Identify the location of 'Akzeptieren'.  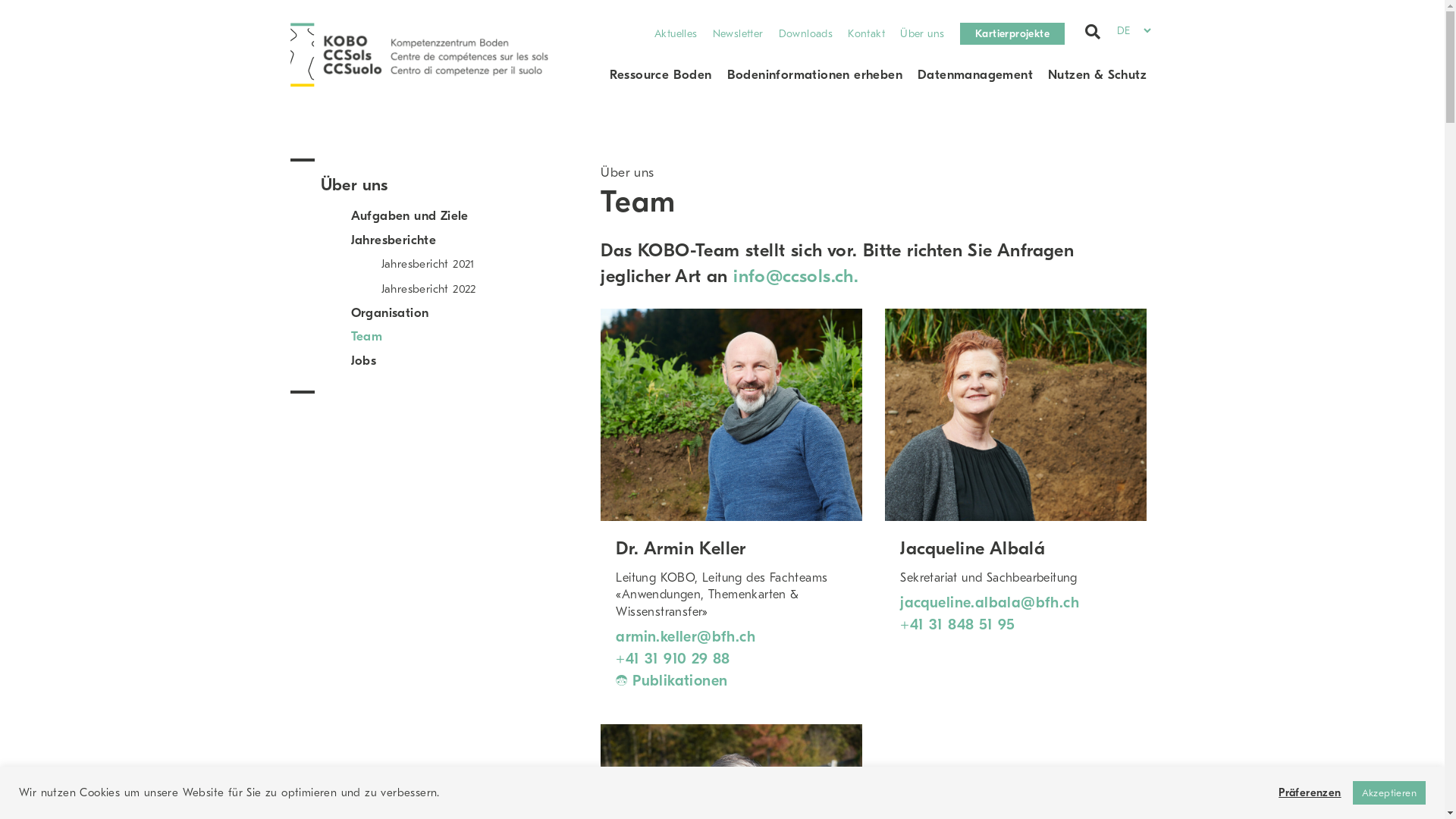
(1389, 792).